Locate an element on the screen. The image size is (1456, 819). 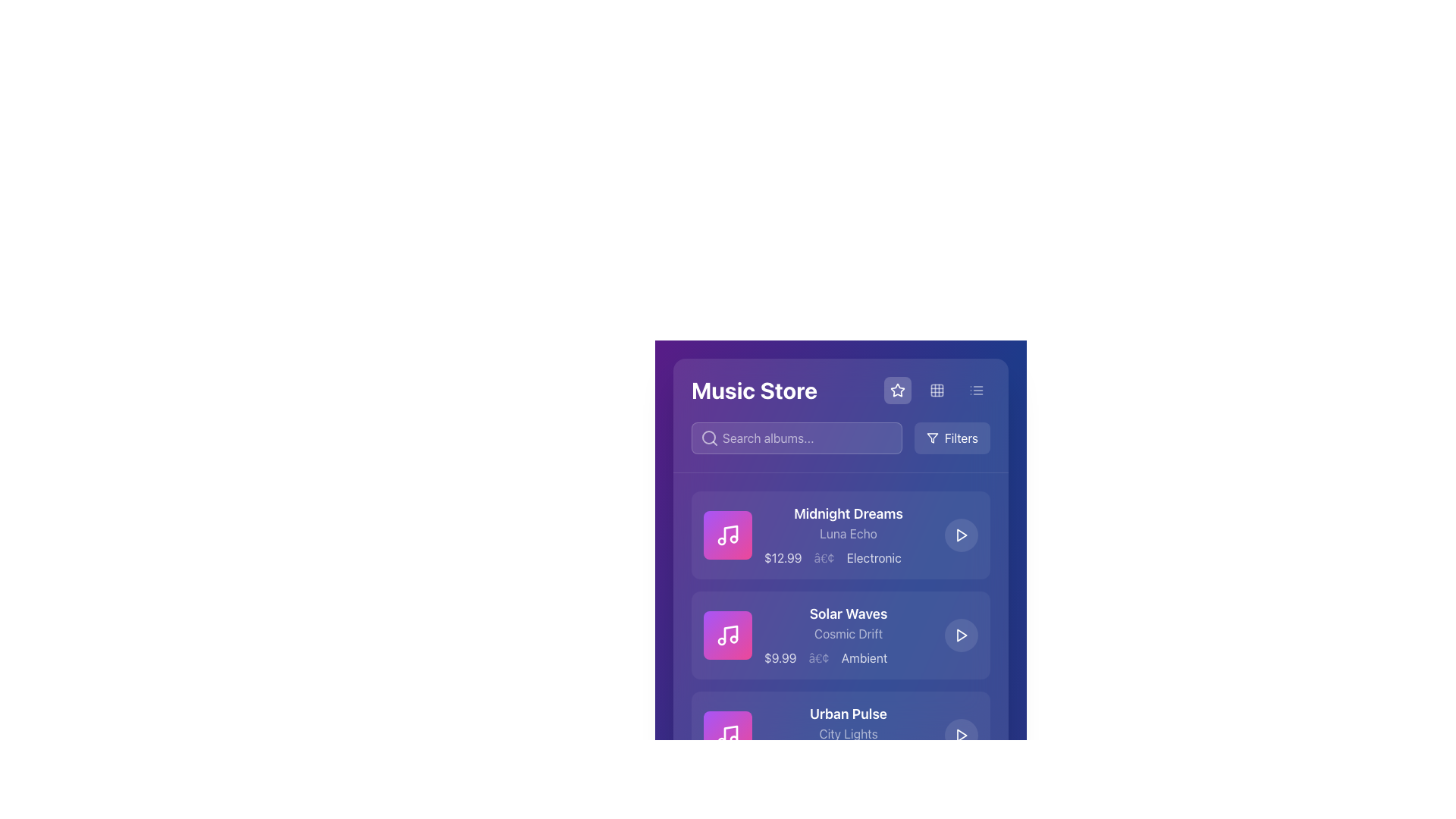
the media details displayed in the textual content block of the first media item in the Music Store interface, located under the header and search bar is located at coordinates (847, 534).